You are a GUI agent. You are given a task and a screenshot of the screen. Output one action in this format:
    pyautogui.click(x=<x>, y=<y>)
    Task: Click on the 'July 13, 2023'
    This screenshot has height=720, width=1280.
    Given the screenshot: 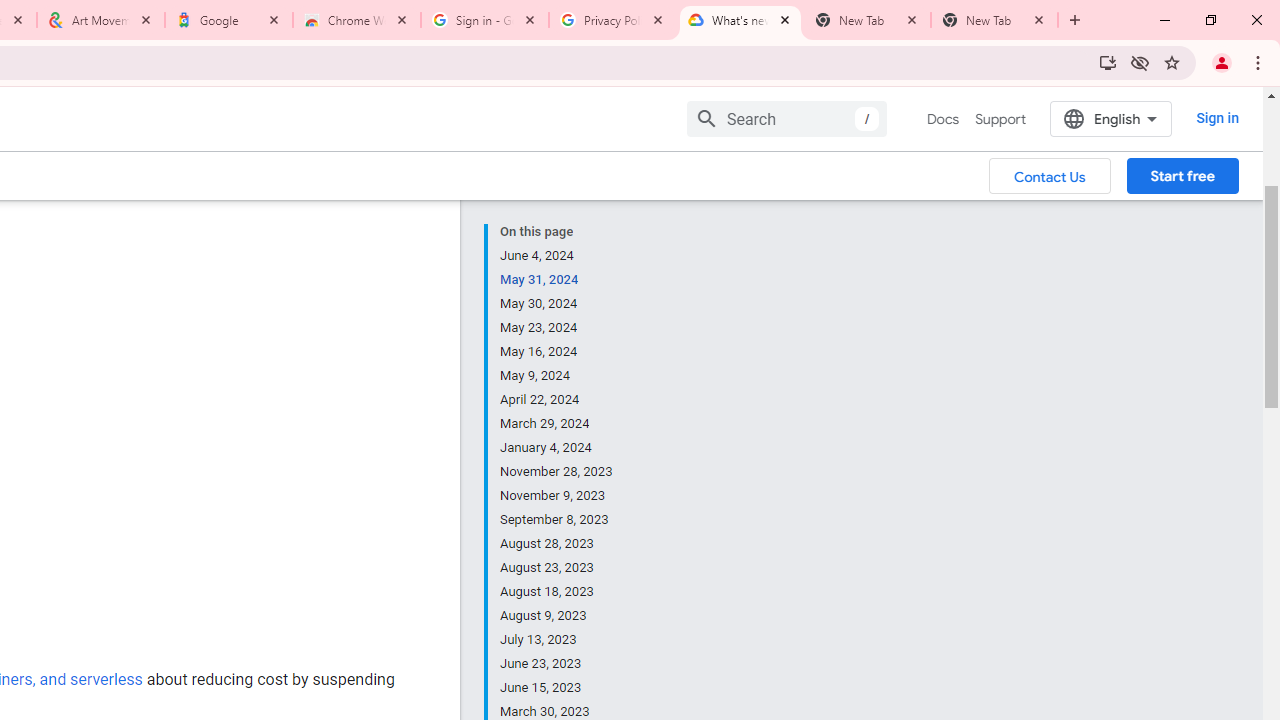 What is the action you would take?
    pyautogui.click(x=557, y=640)
    